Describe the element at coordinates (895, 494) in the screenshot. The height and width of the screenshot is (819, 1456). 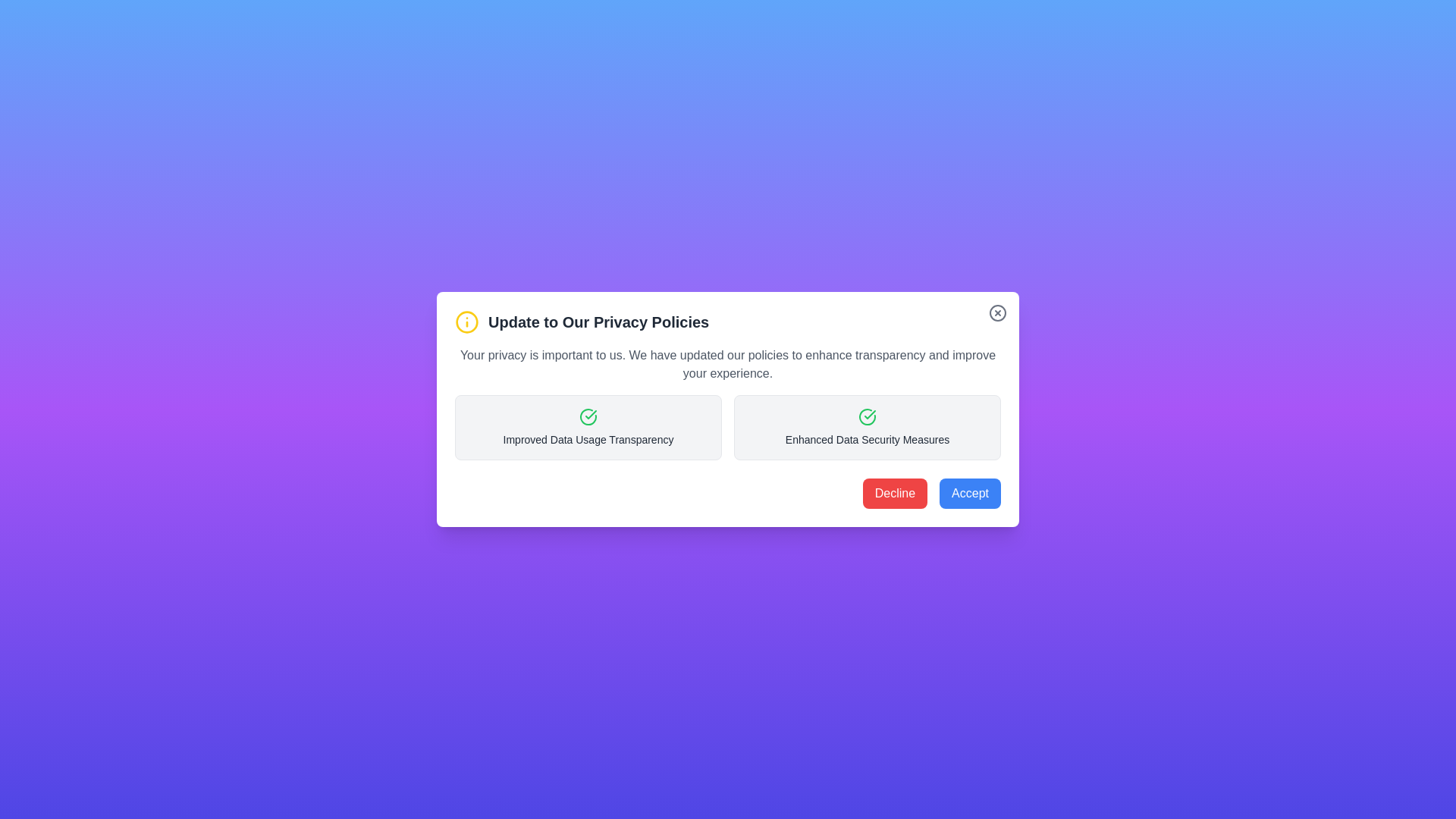
I see `the 'Decline' button to decline the privacy policy` at that location.